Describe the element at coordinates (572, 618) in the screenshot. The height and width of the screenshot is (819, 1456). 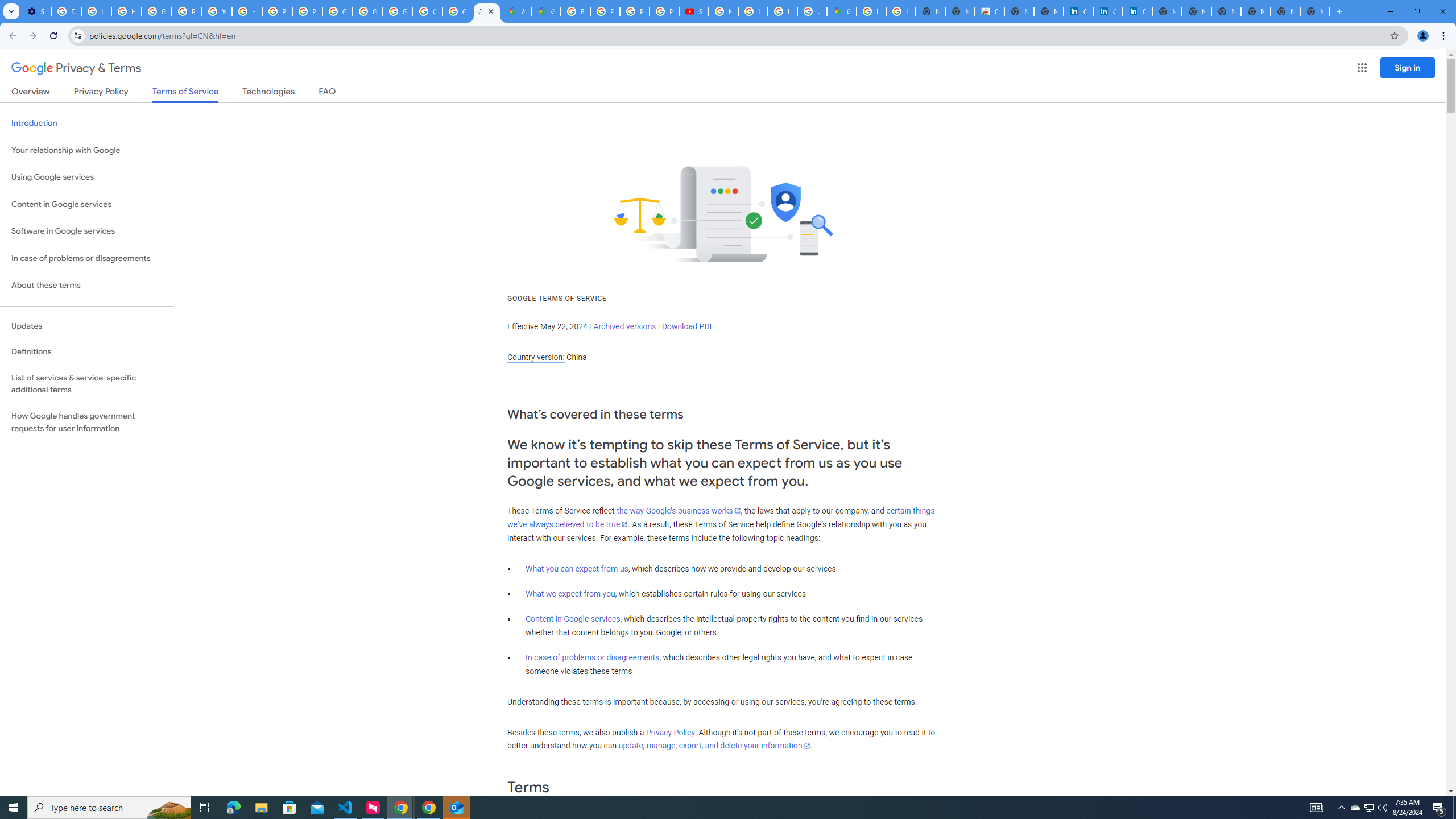
I see `'Content in Google services'` at that location.